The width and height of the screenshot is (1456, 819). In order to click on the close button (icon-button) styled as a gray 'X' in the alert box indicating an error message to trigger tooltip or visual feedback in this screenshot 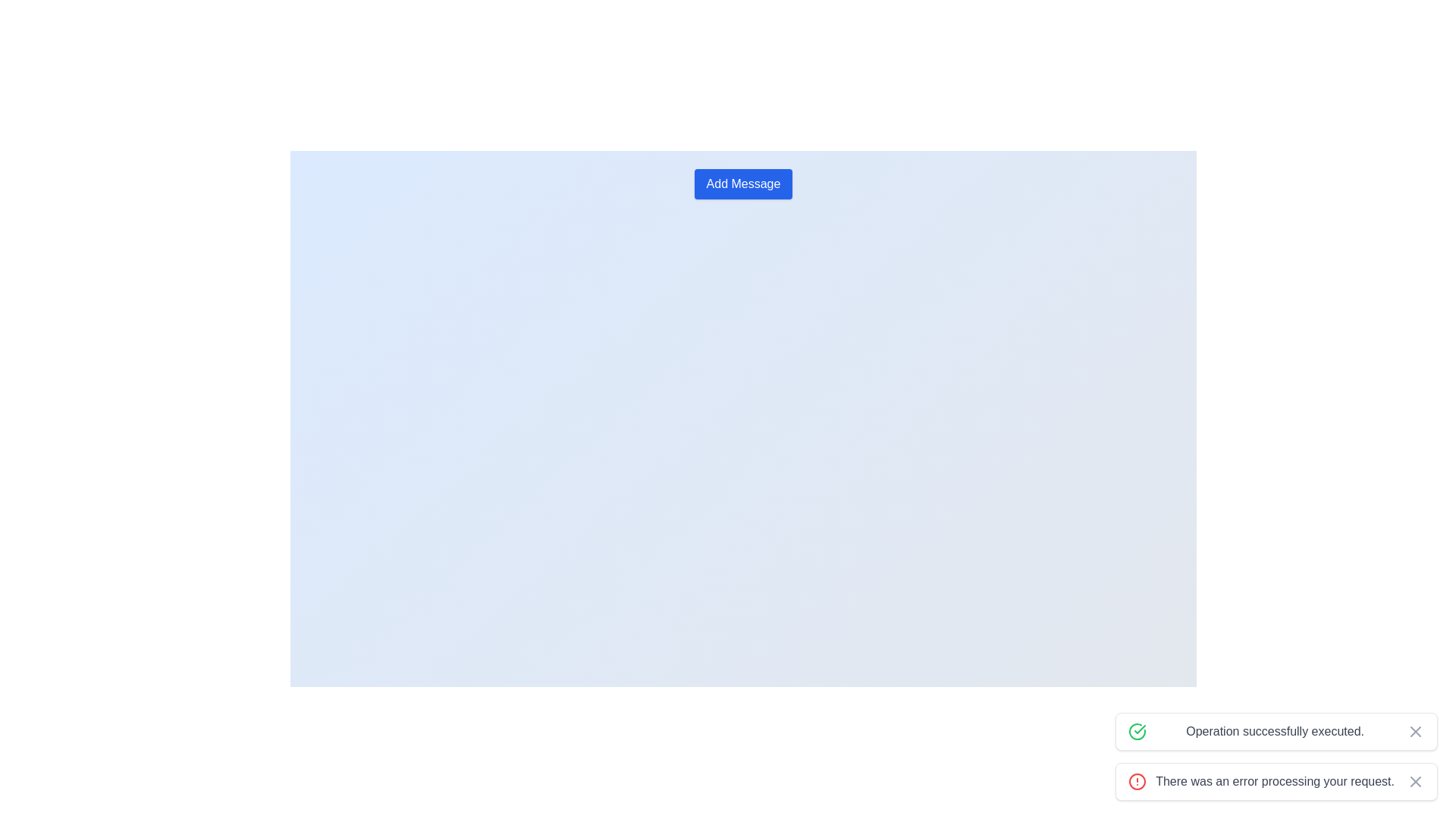, I will do `click(1415, 781)`.